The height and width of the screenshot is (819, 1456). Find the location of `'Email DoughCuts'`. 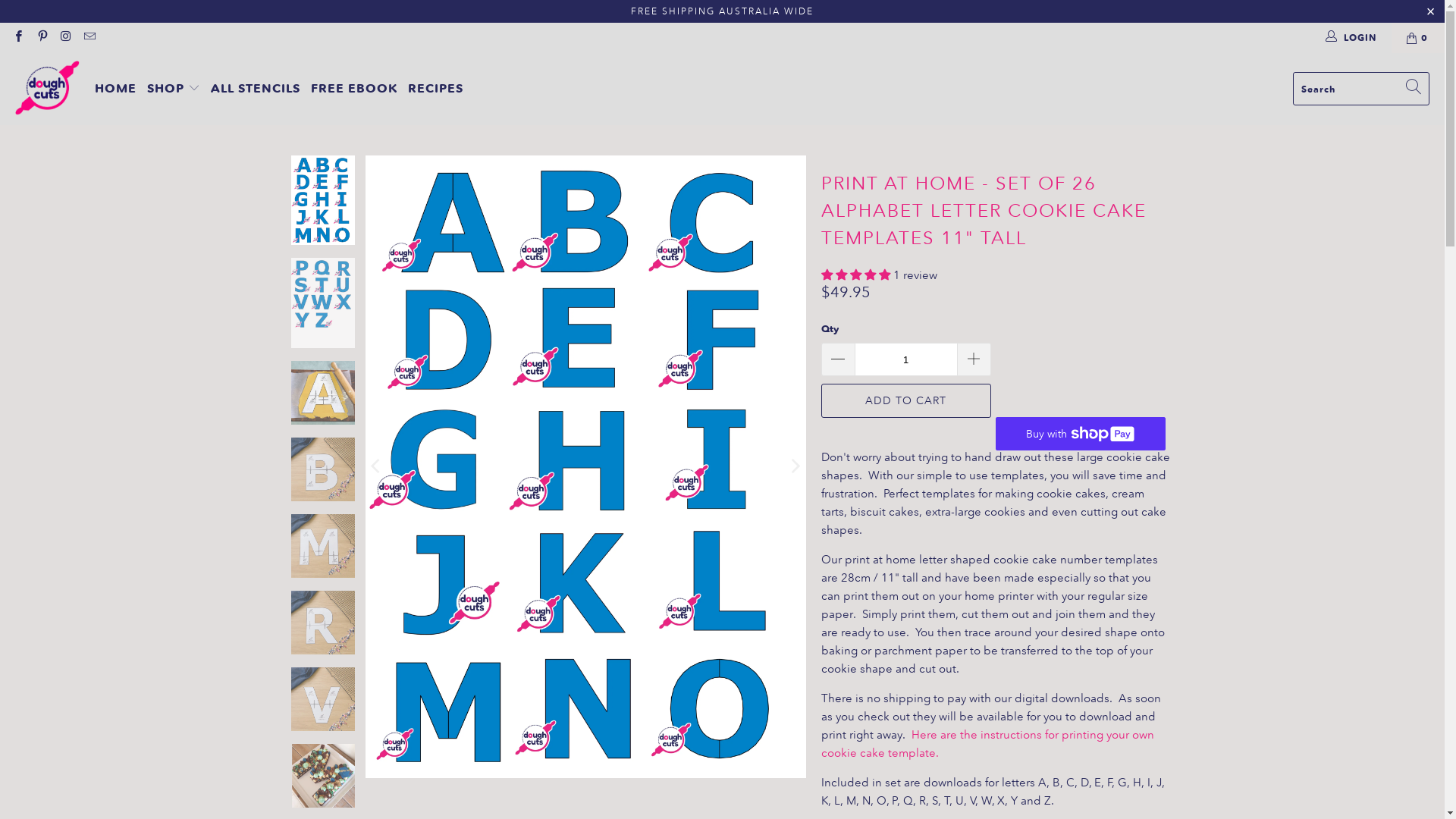

'Email DoughCuts' is located at coordinates (88, 36).